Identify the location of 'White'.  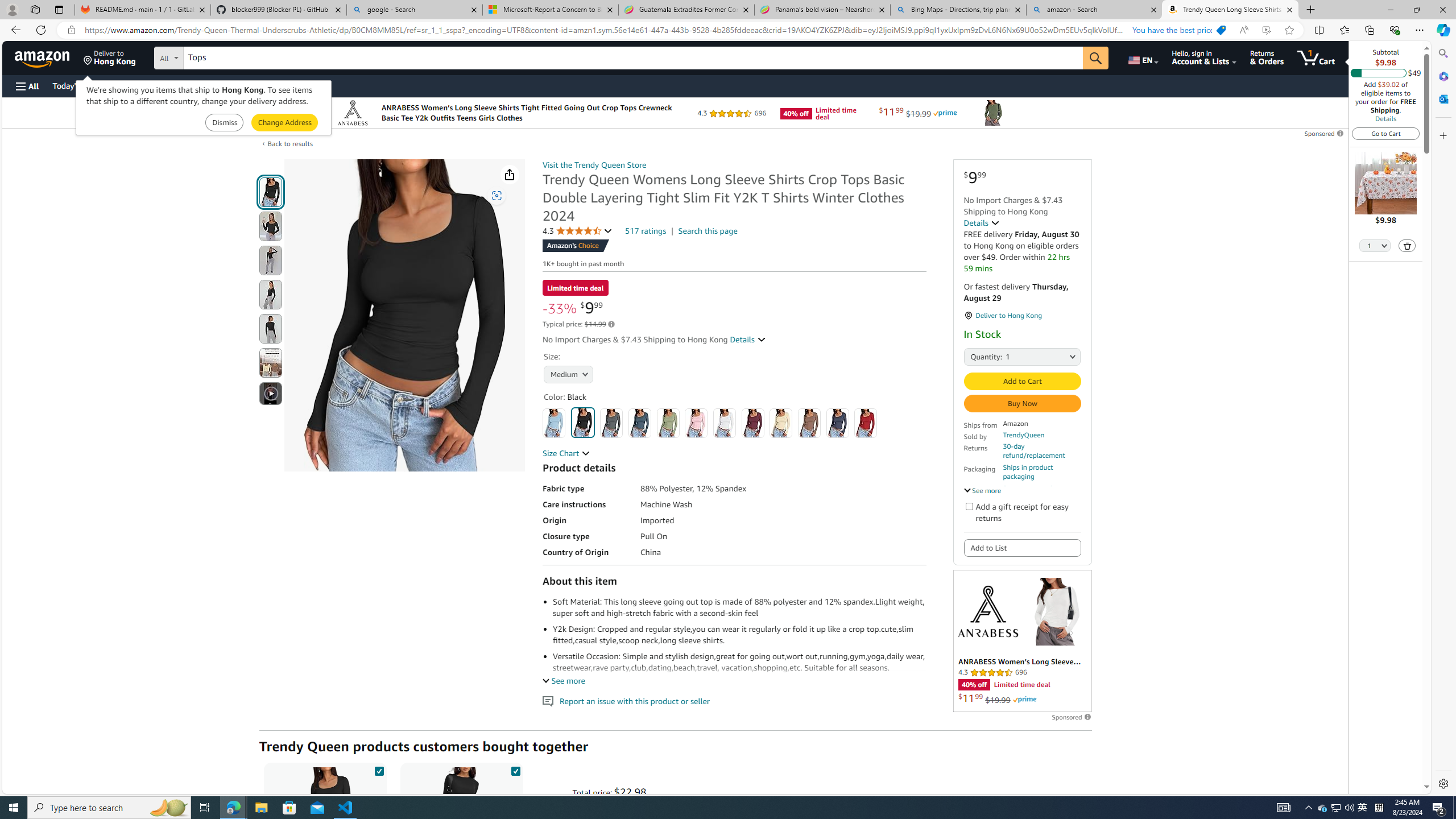
(723, 422).